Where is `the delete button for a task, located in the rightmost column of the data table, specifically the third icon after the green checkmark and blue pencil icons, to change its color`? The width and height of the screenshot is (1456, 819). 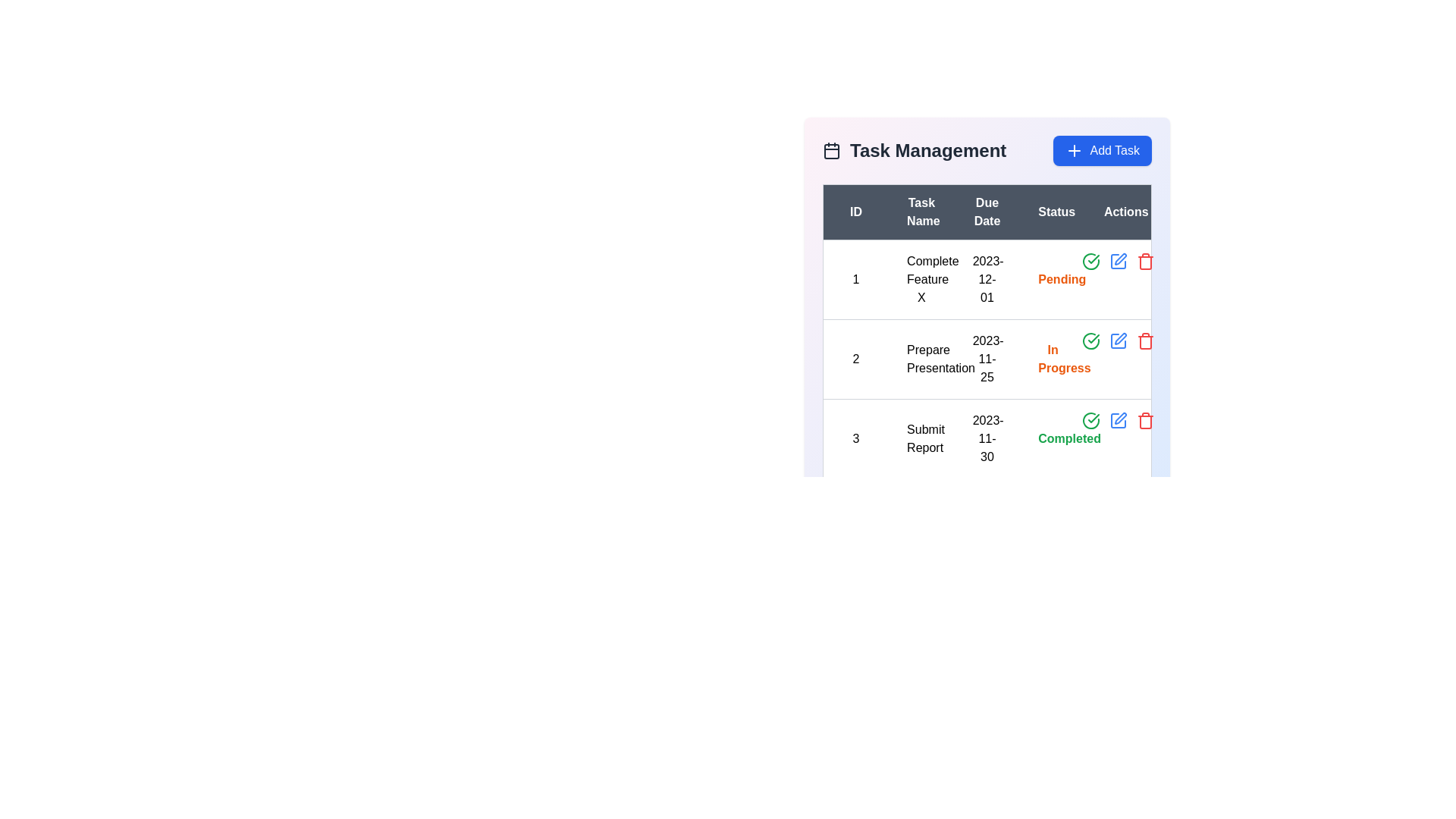
the delete button for a task, located in the rightmost column of the data table, specifically the third icon after the green checkmark and blue pencil icons, to change its color is located at coordinates (1145, 260).